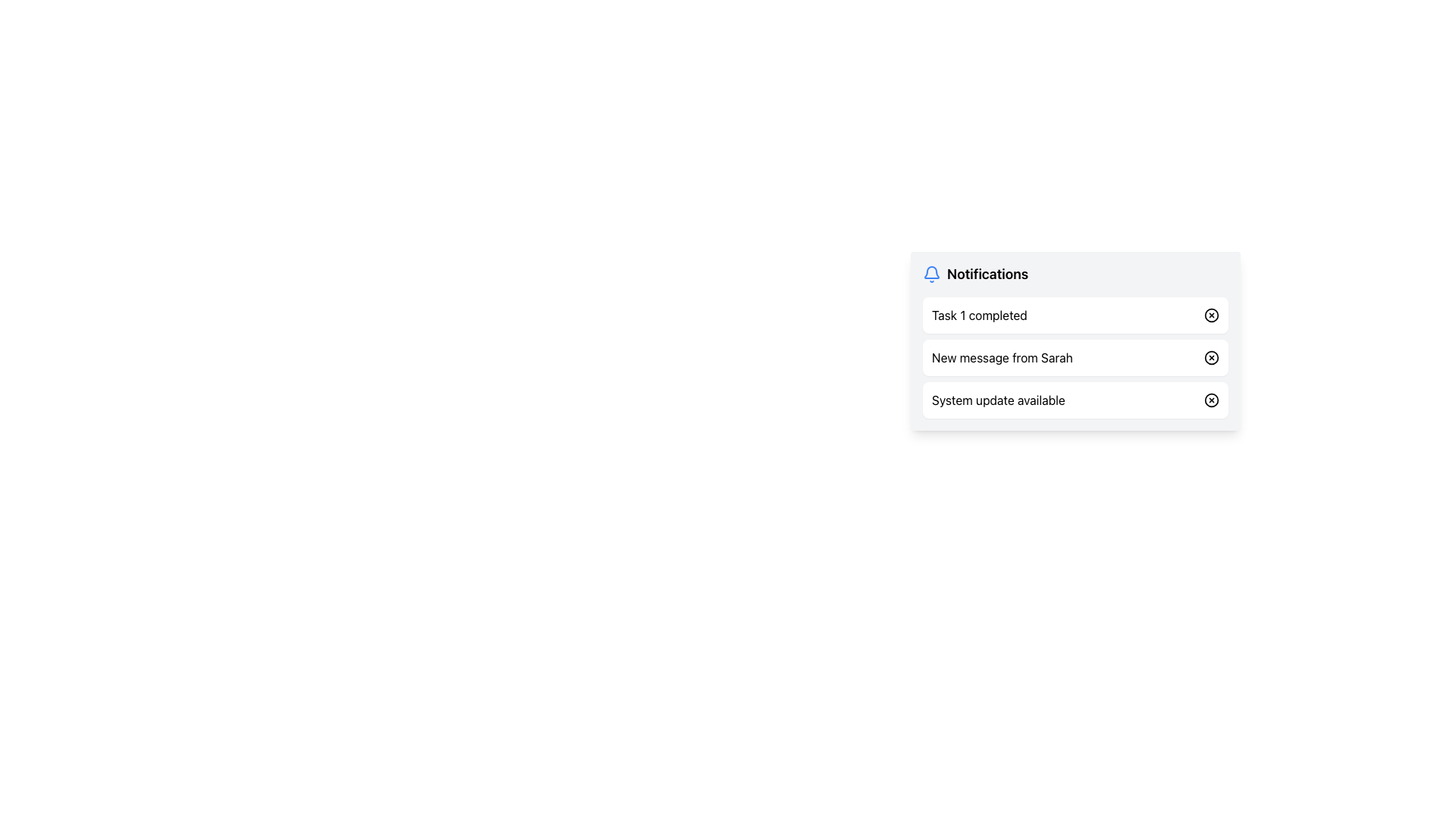  Describe the element at coordinates (1211, 315) in the screenshot. I see `the circular dismiss button icon located to the right of the 'Task 1 completed' notification` at that location.